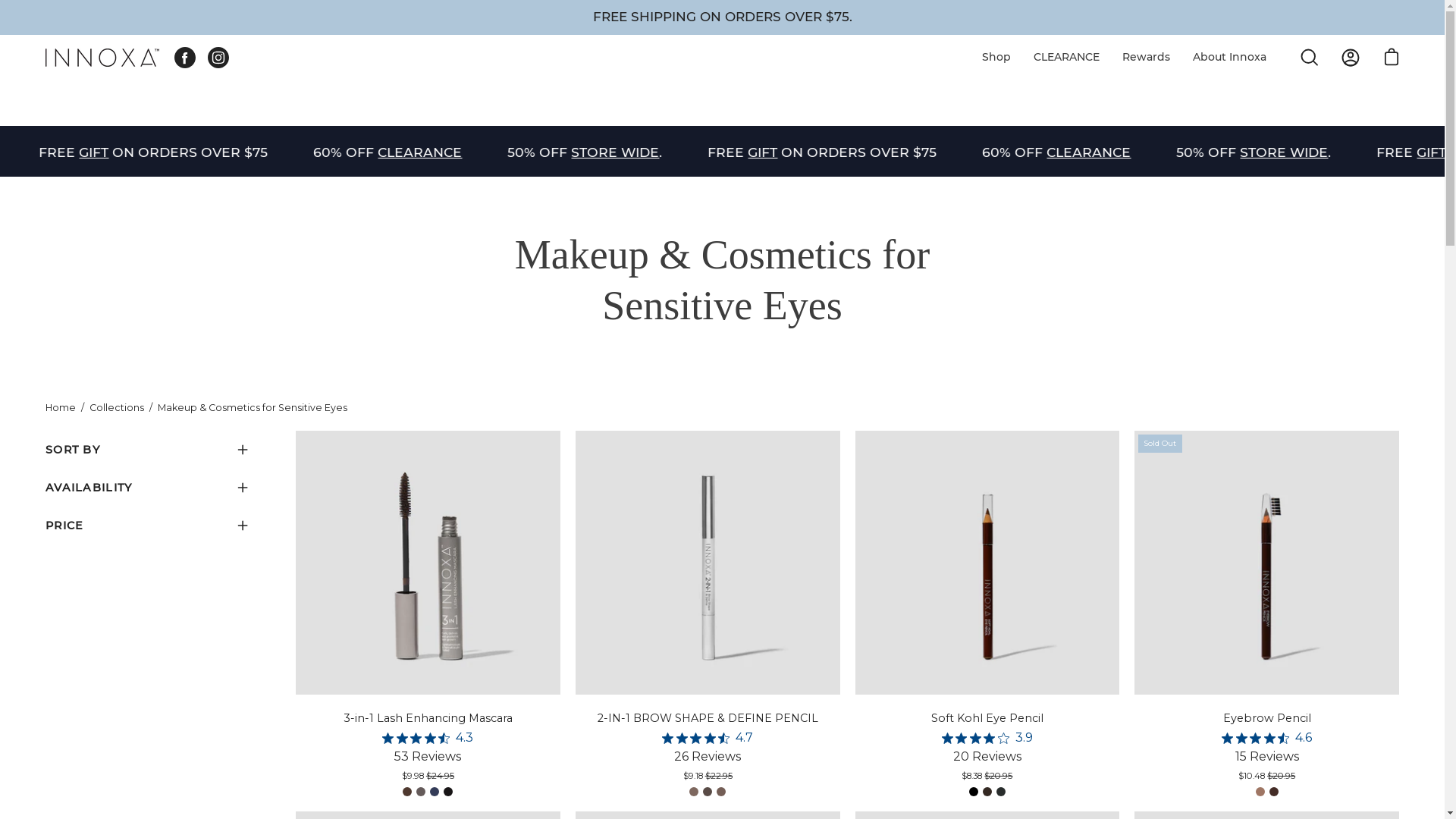 This screenshot has height=819, width=1456. What do you see at coordinates (433, 791) in the screenshot?
I see `'3-in-1 Lash Enhancing Mascara - Navy'` at bounding box center [433, 791].